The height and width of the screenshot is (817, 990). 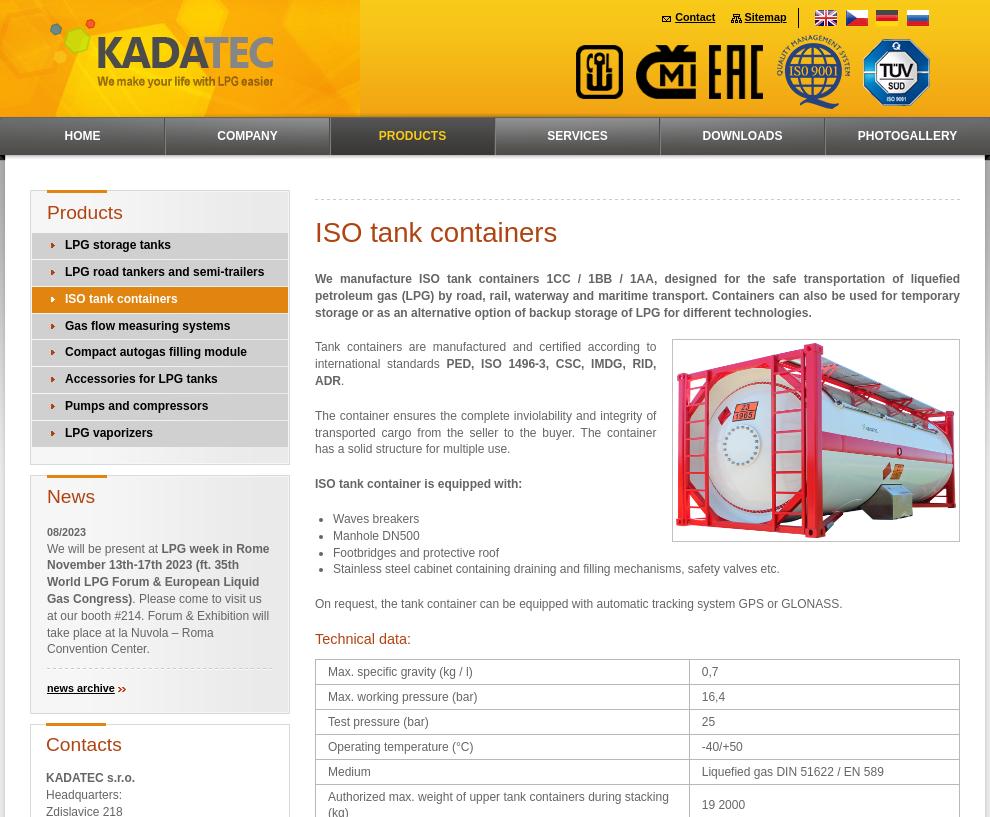 What do you see at coordinates (103, 546) in the screenshot?
I see `'We will be present at'` at bounding box center [103, 546].